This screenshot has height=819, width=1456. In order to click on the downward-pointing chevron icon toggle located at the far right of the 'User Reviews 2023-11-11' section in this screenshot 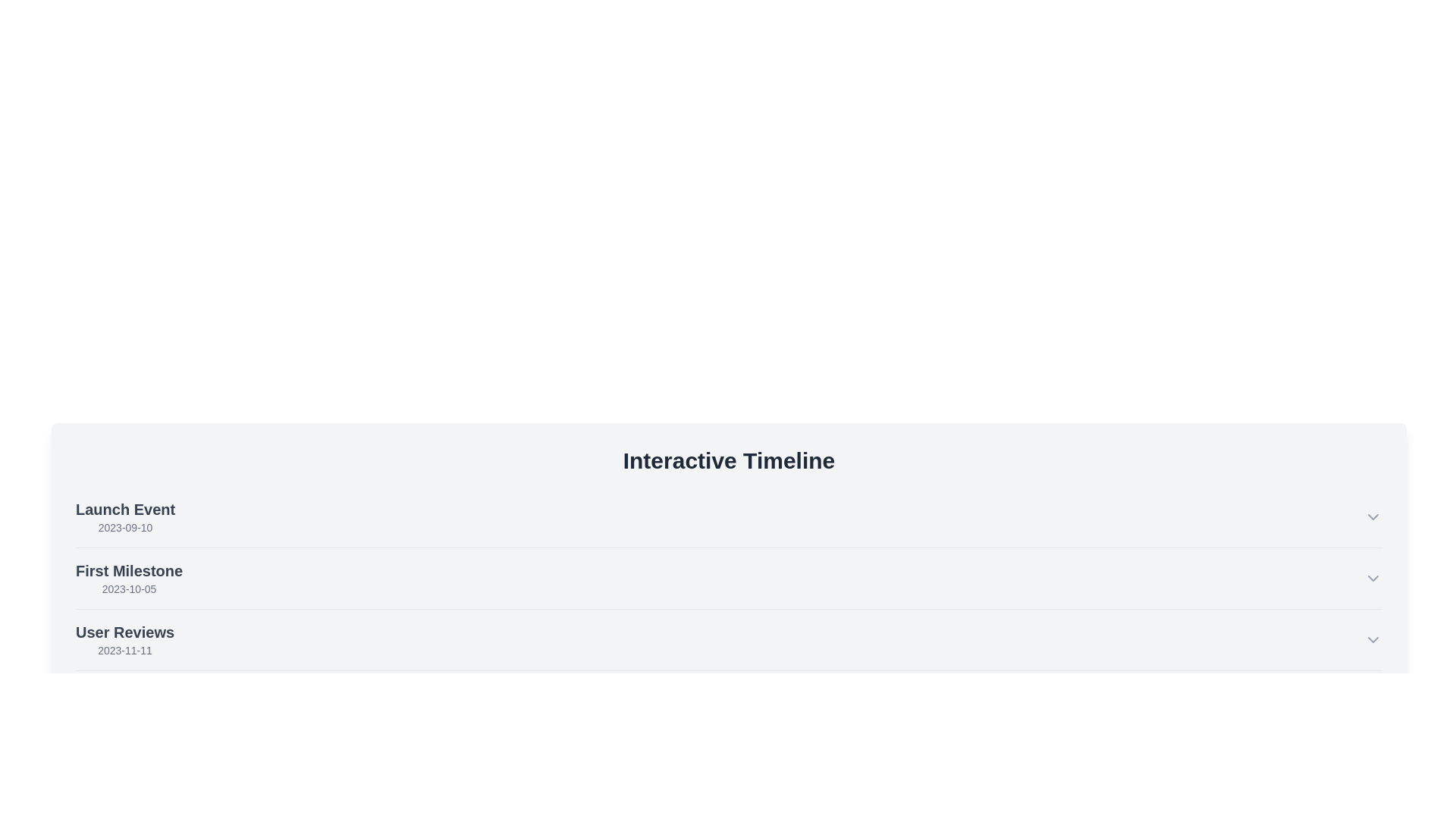, I will do `click(1373, 640)`.